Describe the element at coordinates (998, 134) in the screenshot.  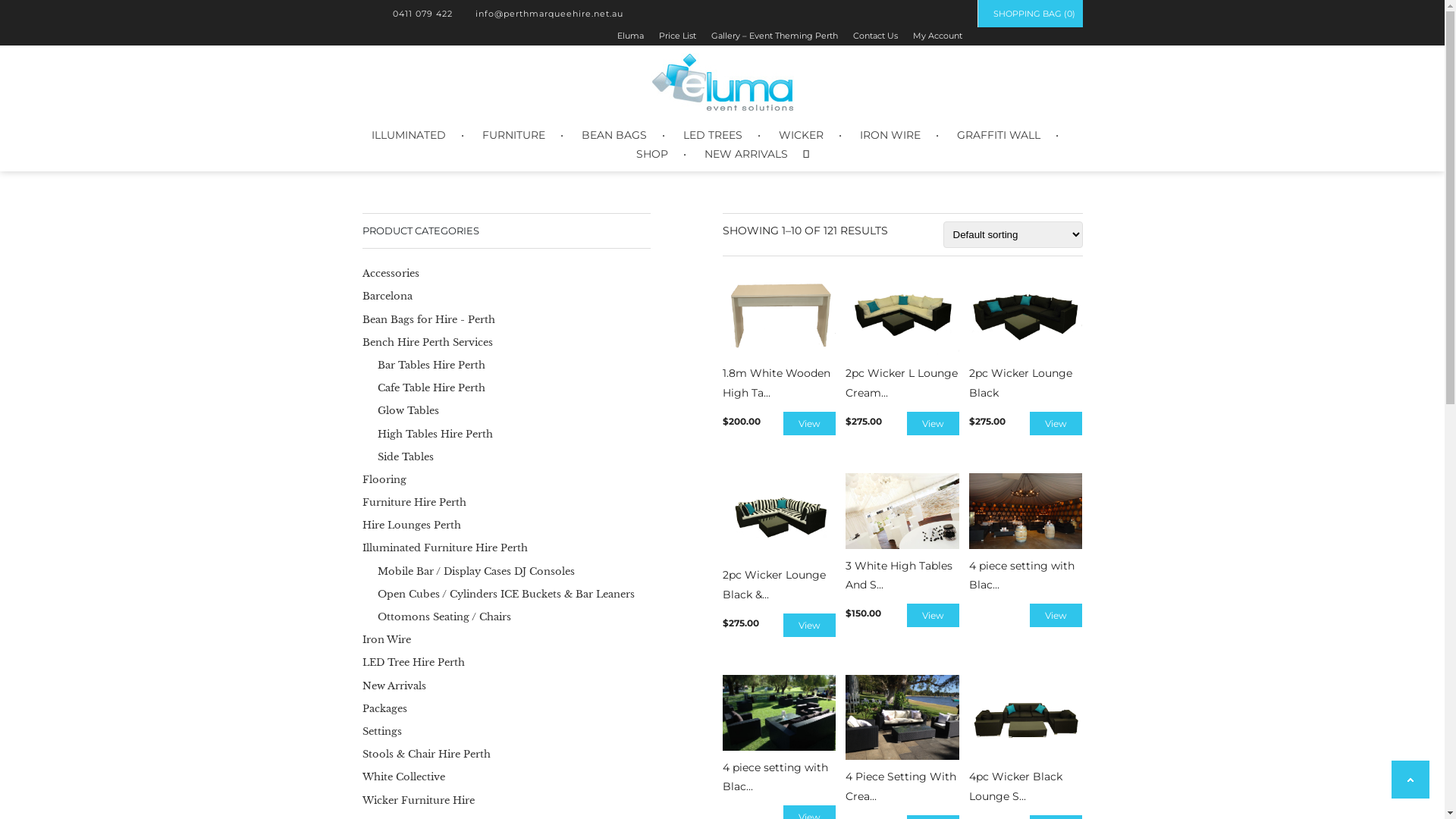
I see `'GRAFFITI WALL'` at that location.